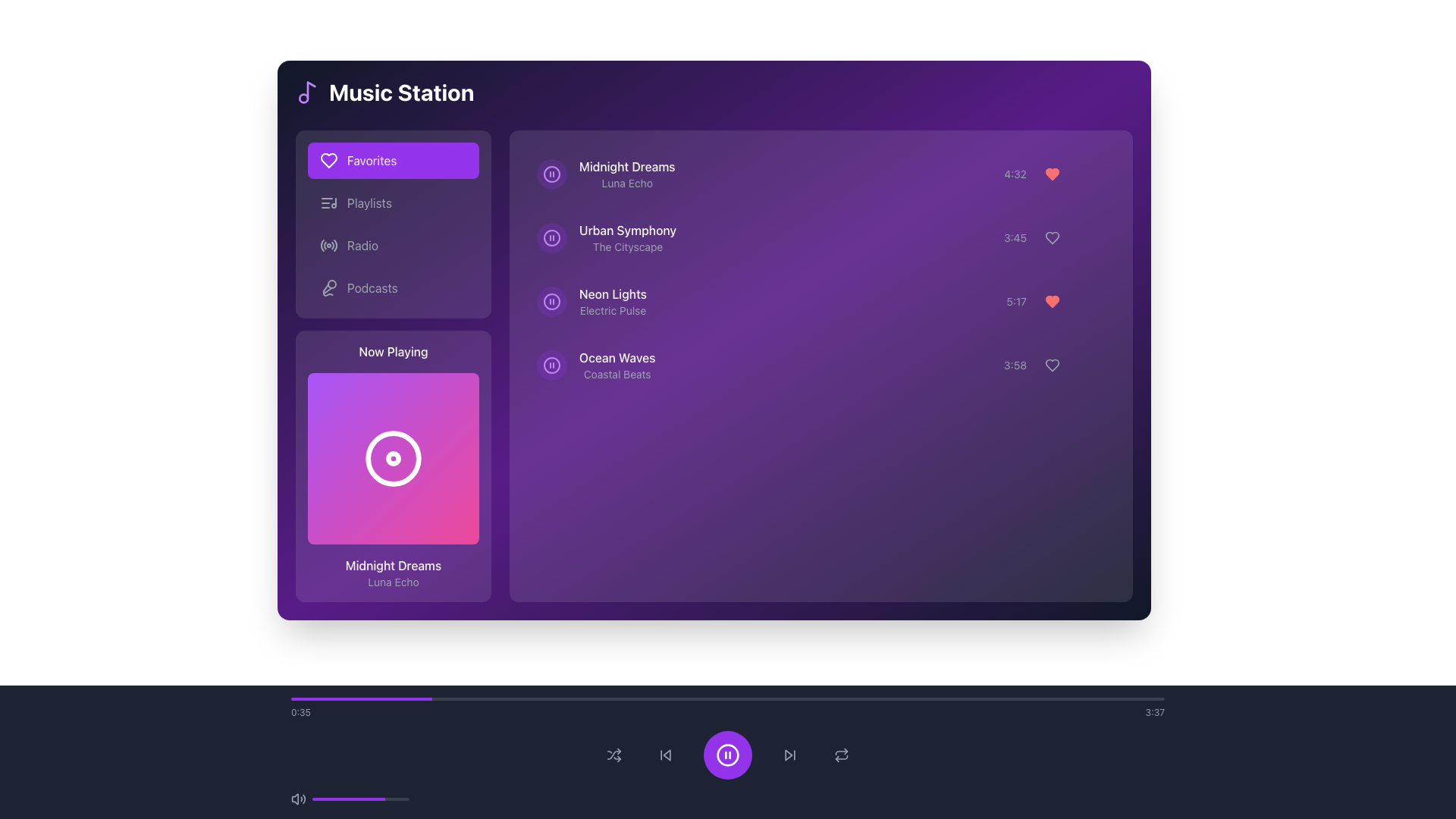 The width and height of the screenshot is (1456, 819). I want to click on playback position, so click(930, 698).